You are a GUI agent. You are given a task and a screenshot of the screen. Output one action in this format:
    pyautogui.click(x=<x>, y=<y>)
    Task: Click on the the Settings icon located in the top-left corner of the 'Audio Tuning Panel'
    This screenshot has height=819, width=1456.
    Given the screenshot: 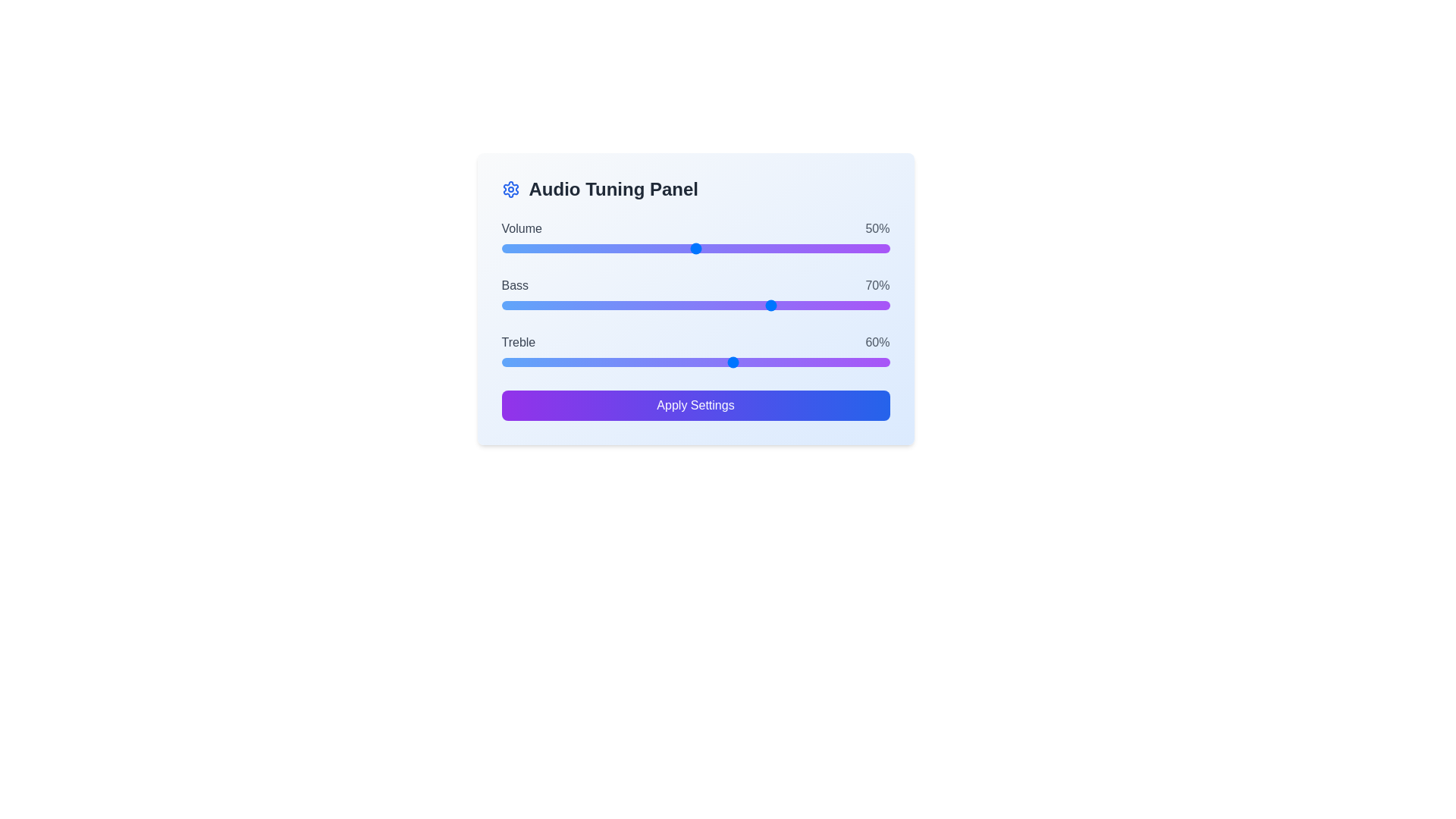 What is the action you would take?
    pyautogui.click(x=510, y=189)
    